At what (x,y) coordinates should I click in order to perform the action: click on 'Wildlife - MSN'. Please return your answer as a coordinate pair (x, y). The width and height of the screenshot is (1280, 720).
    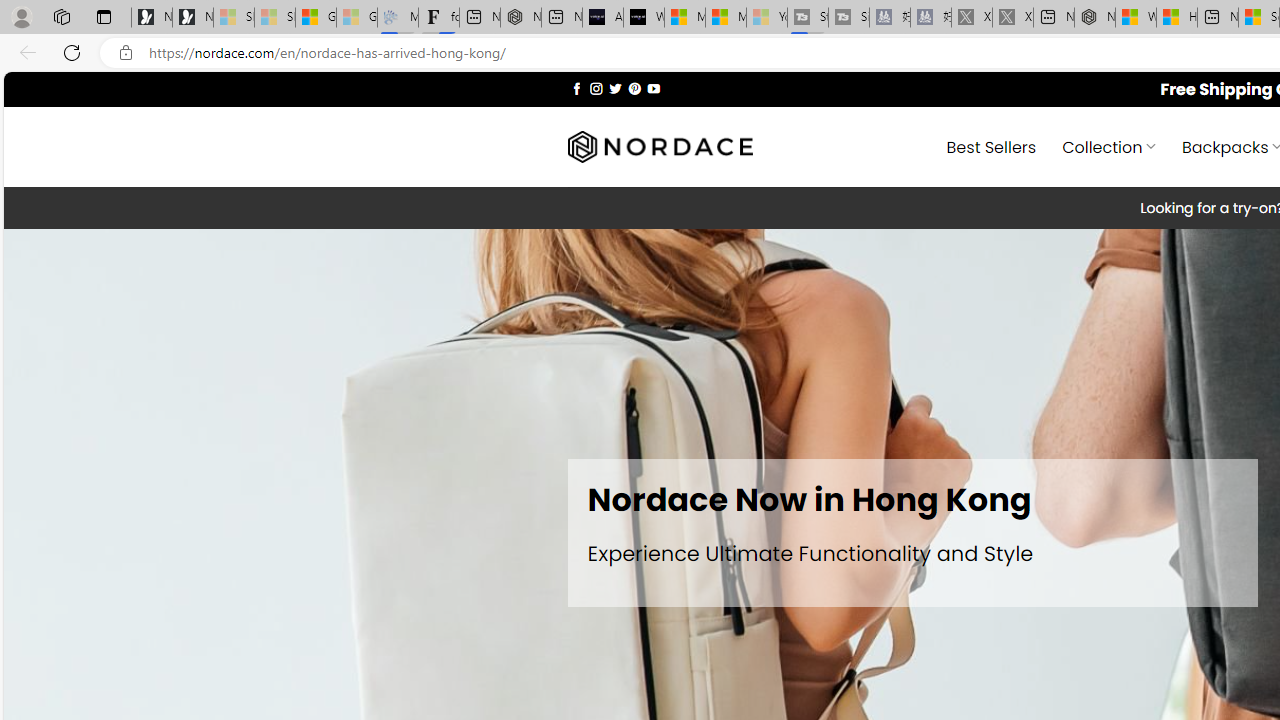
    Looking at the image, I should click on (1136, 17).